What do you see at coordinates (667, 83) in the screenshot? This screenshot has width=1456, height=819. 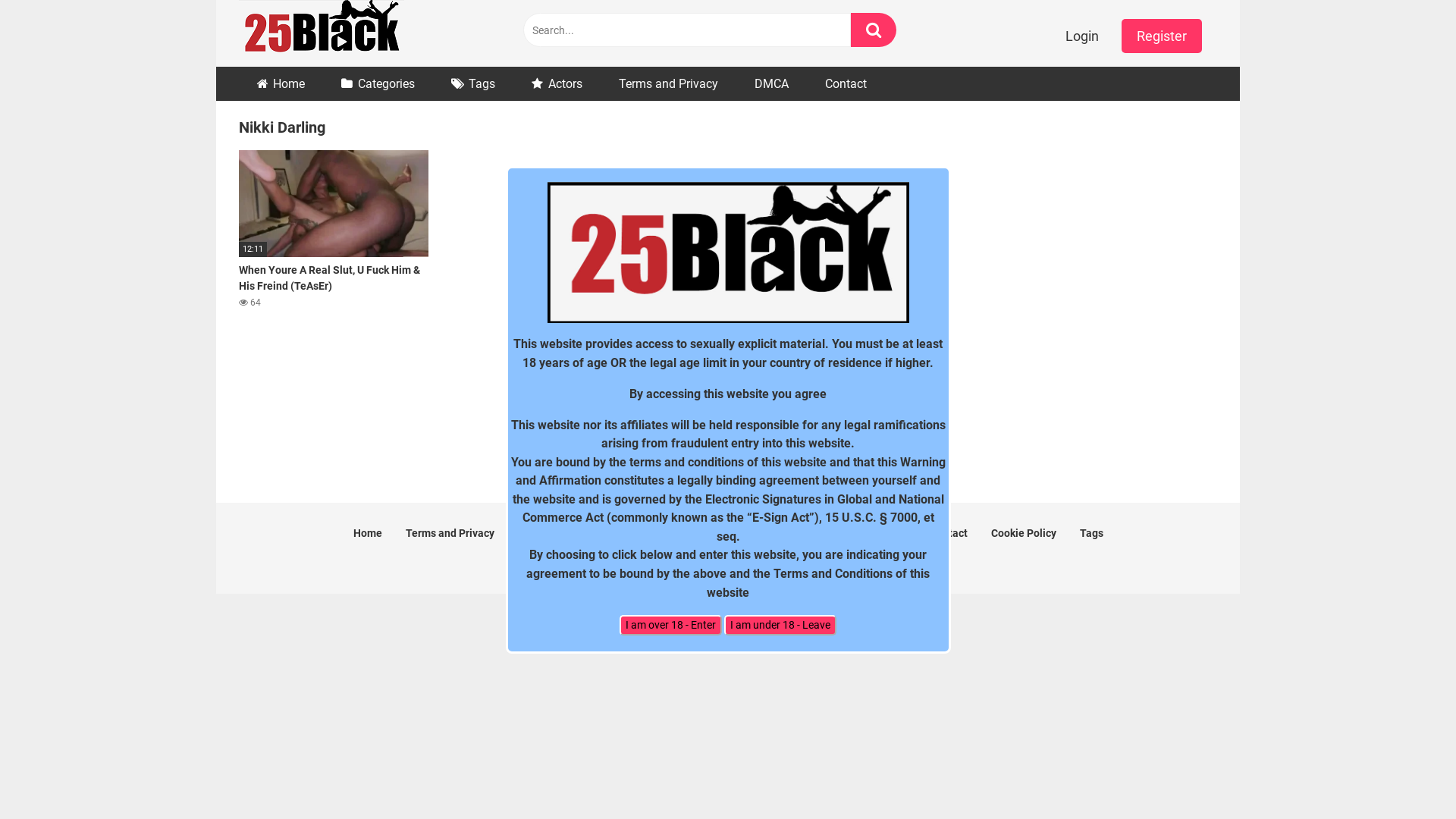 I see `'Terms and Privacy'` at bounding box center [667, 83].